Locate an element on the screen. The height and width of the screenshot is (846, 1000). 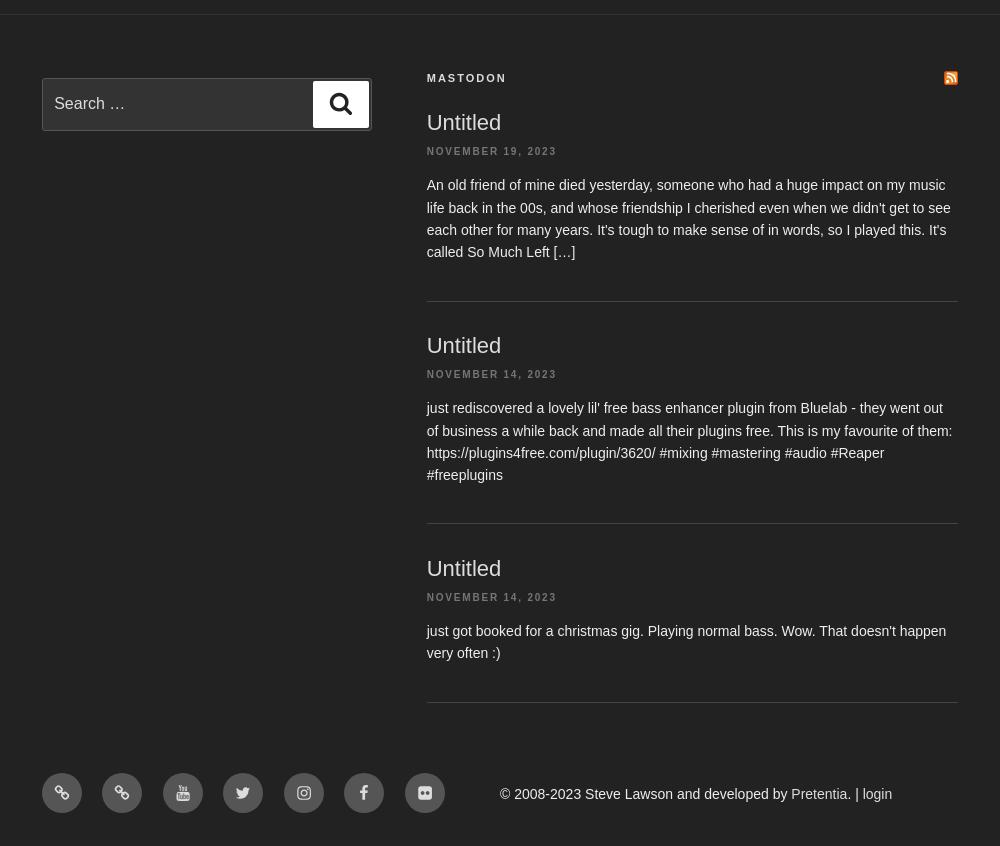
'-2023
Steve Lawson and developed by' is located at coordinates (668, 793).